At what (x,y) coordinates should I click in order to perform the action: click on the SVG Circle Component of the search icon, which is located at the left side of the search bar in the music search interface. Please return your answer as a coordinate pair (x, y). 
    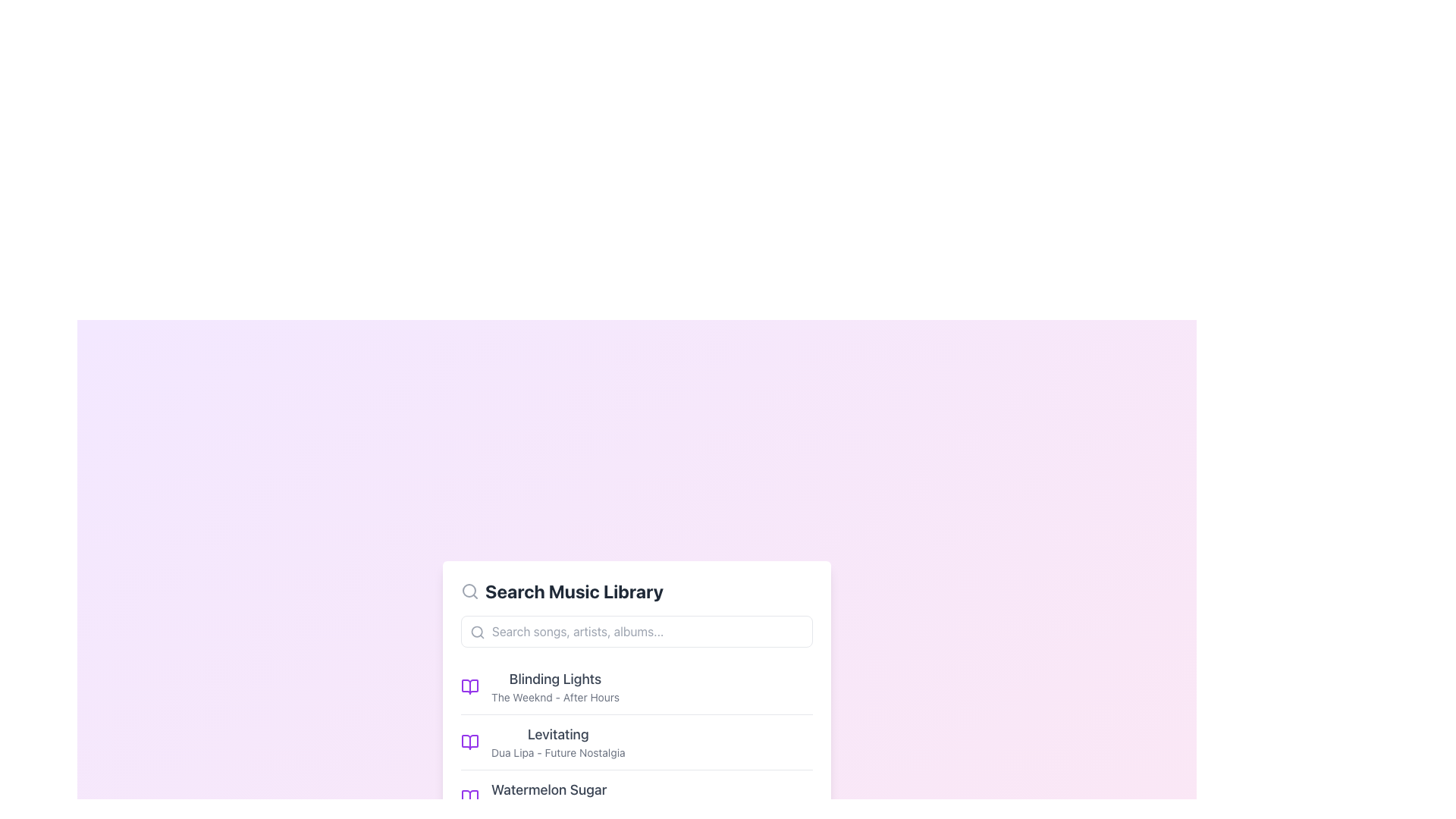
    Looking at the image, I should click on (476, 631).